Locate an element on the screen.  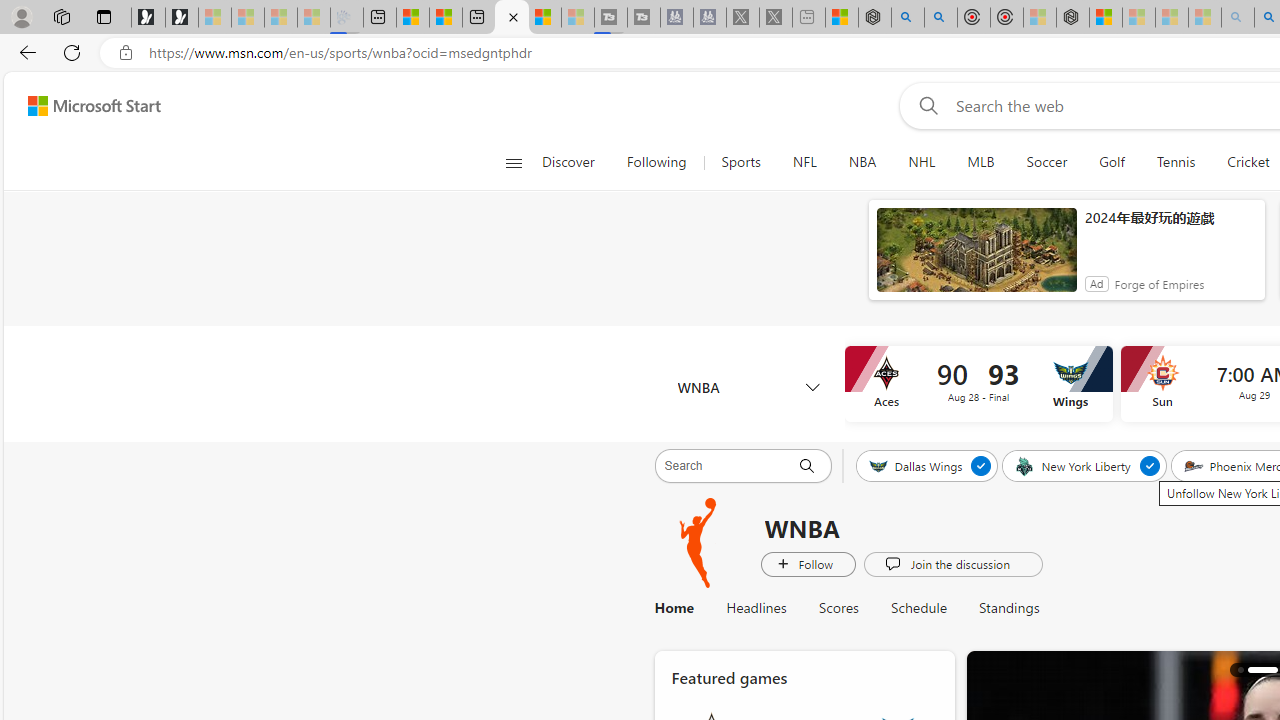
'Nordace - Nordace Siena Is Not An Ordinary Backpack' is located at coordinates (1072, 17).